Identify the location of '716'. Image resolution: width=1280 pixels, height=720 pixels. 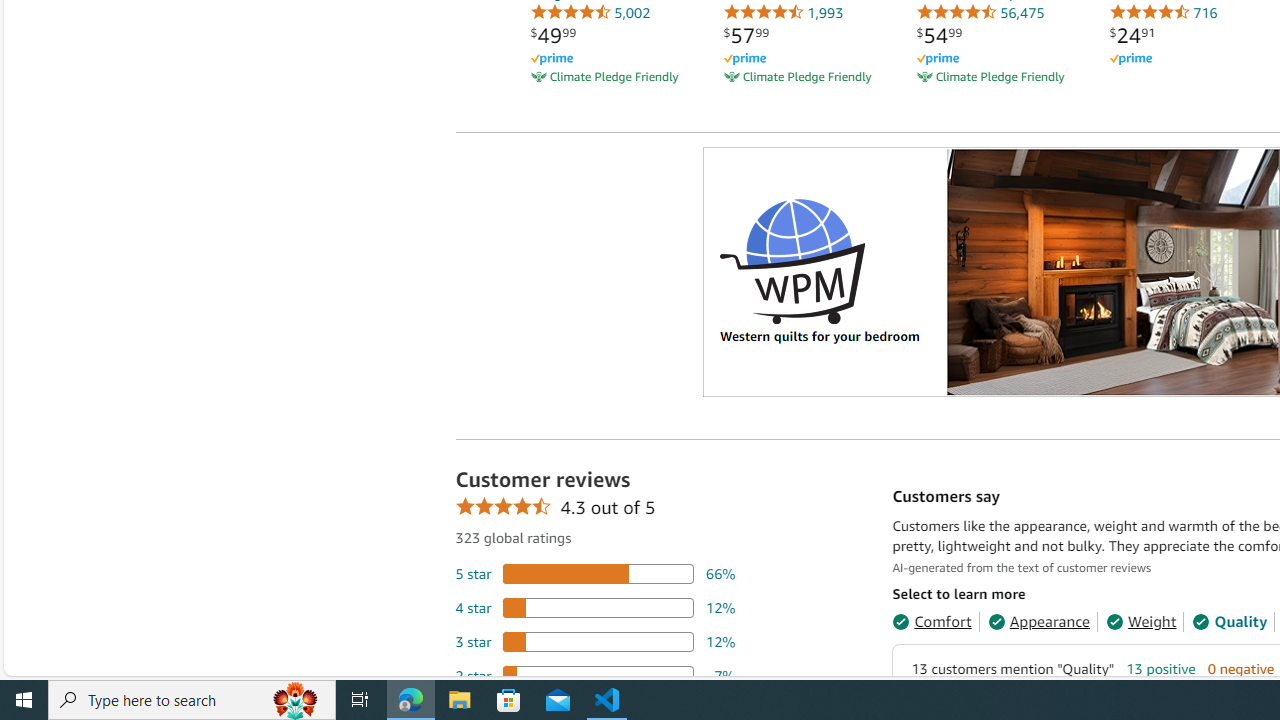
(1163, 12).